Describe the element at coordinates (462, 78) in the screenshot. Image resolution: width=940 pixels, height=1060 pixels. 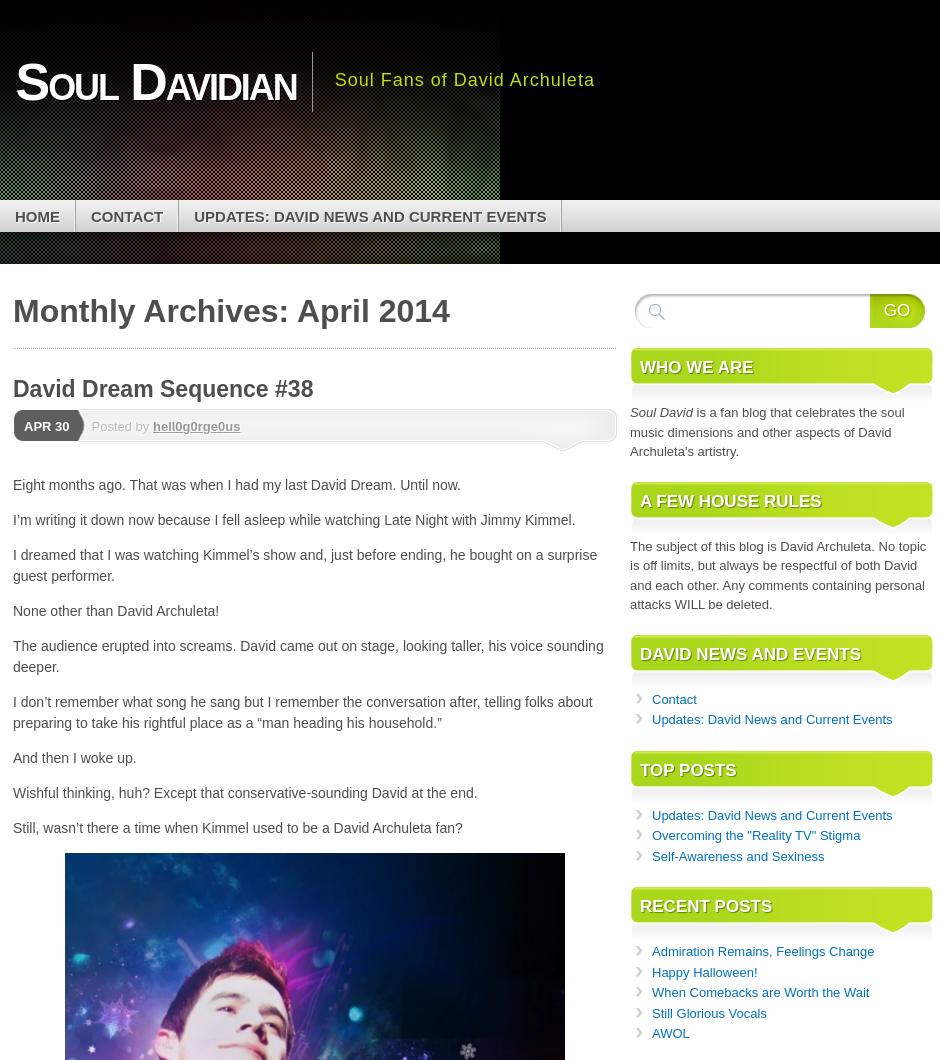
I see `'Soul Fans of David Archuleta'` at that location.